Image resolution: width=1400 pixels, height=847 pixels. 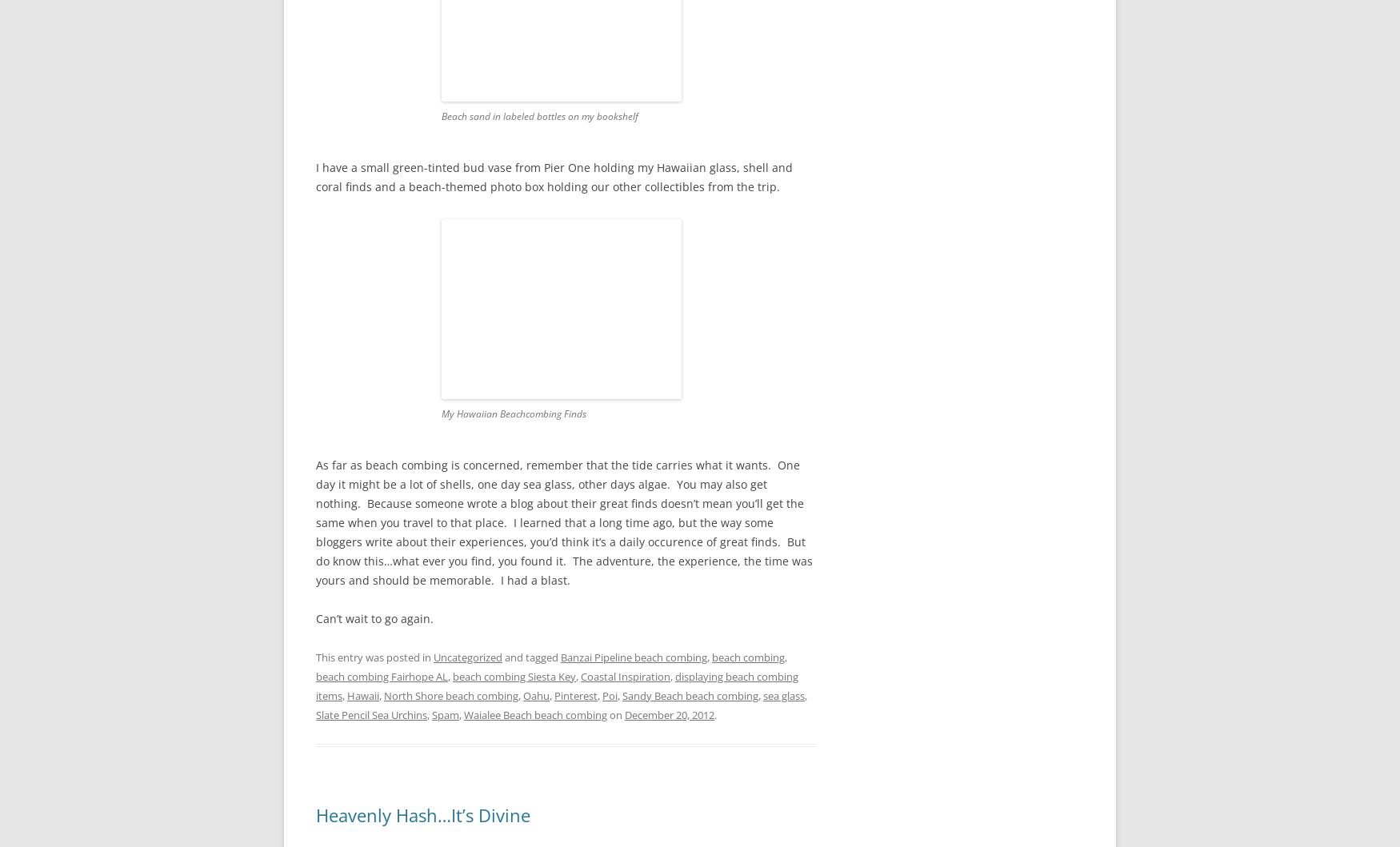 What do you see at coordinates (382, 676) in the screenshot?
I see `'beach combing Fairhope AL'` at bounding box center [382, 676].